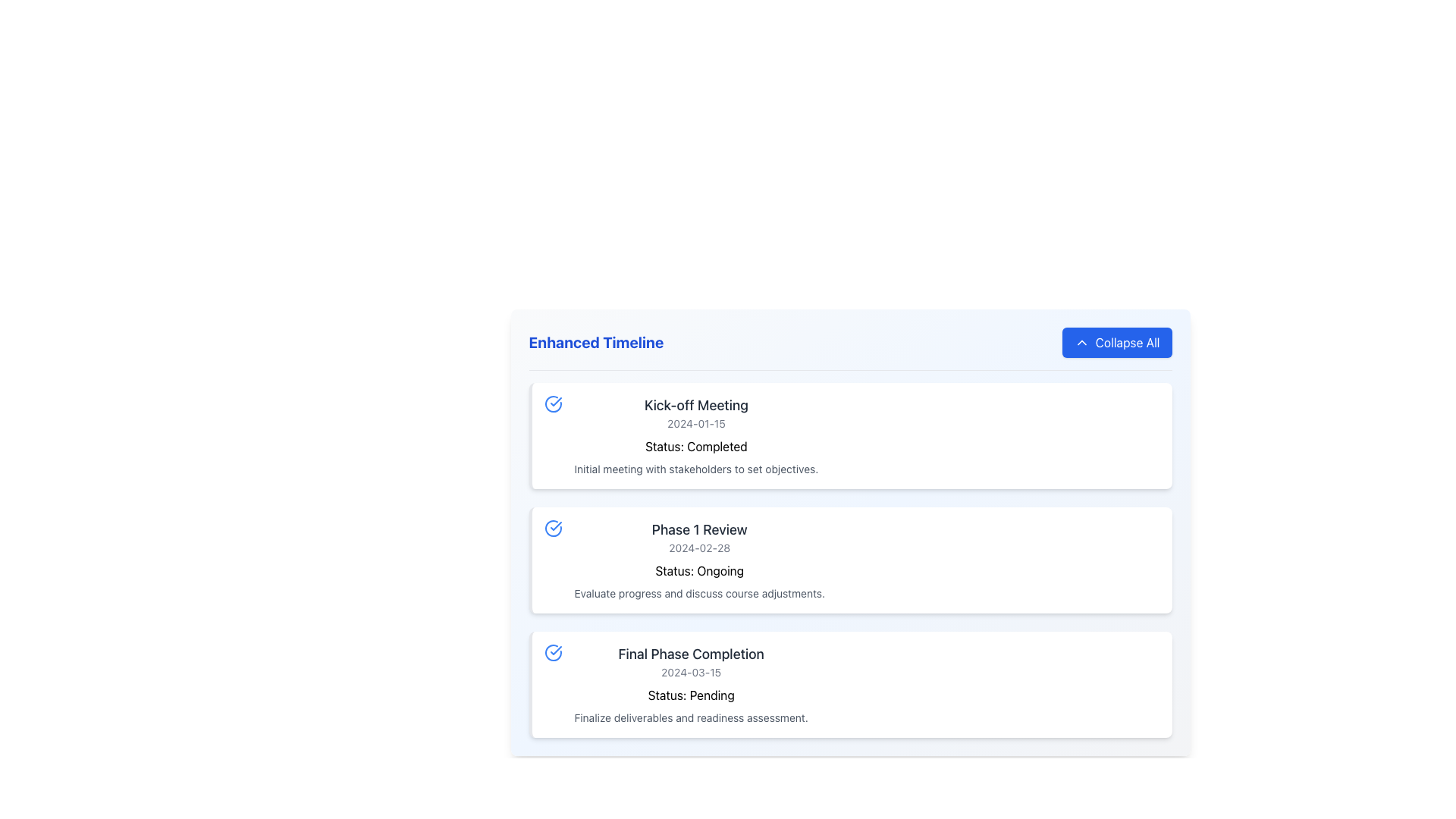 The height and width of the screenshot is (819, 1456). Describe the element at coordinates (552, 403) in the screenshot. I see `the completion status icon located at the leftmost position within the 'Kick-off Meeting' card, above the textual content` at that location.